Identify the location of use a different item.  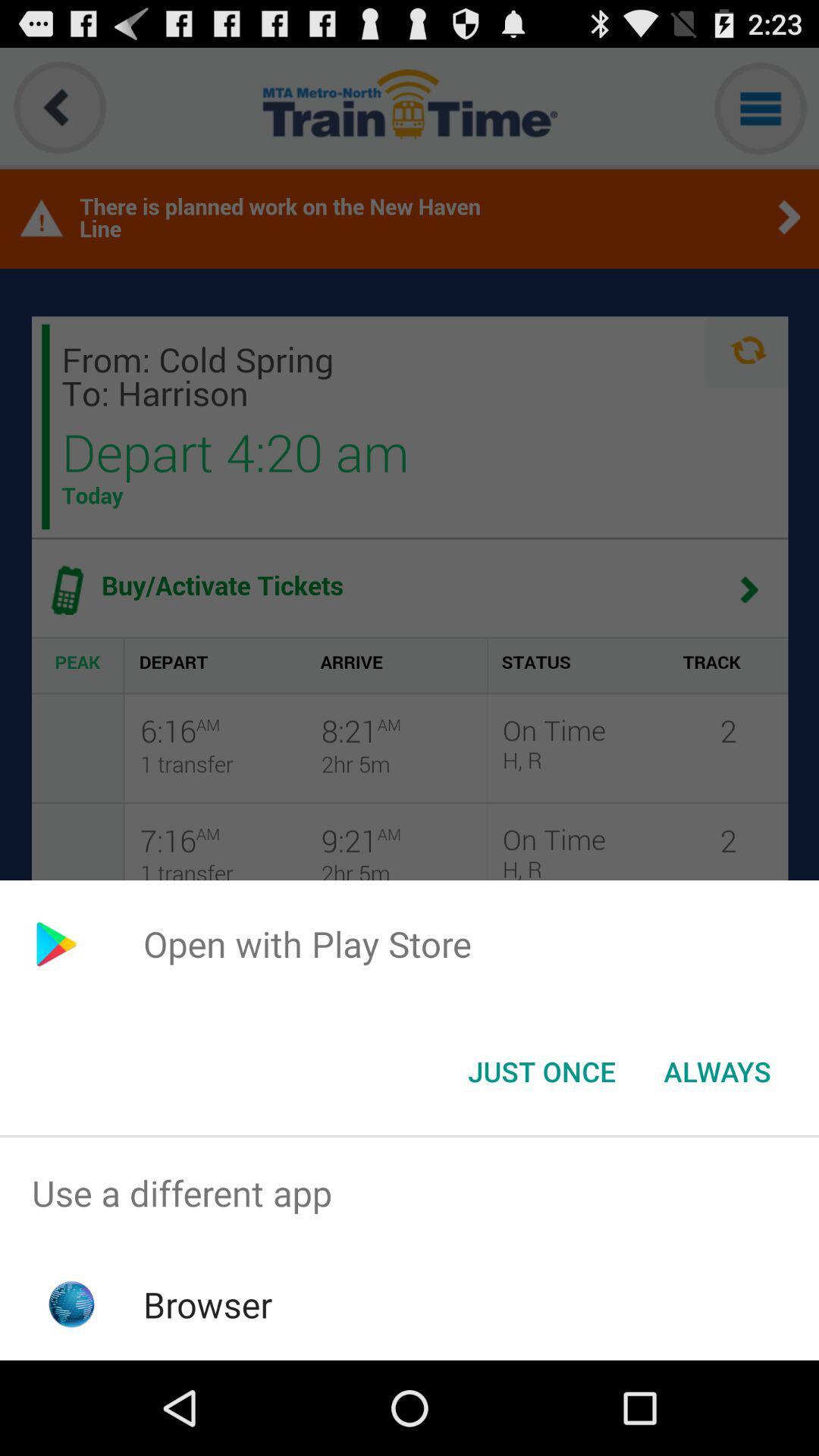
(409, 1192).